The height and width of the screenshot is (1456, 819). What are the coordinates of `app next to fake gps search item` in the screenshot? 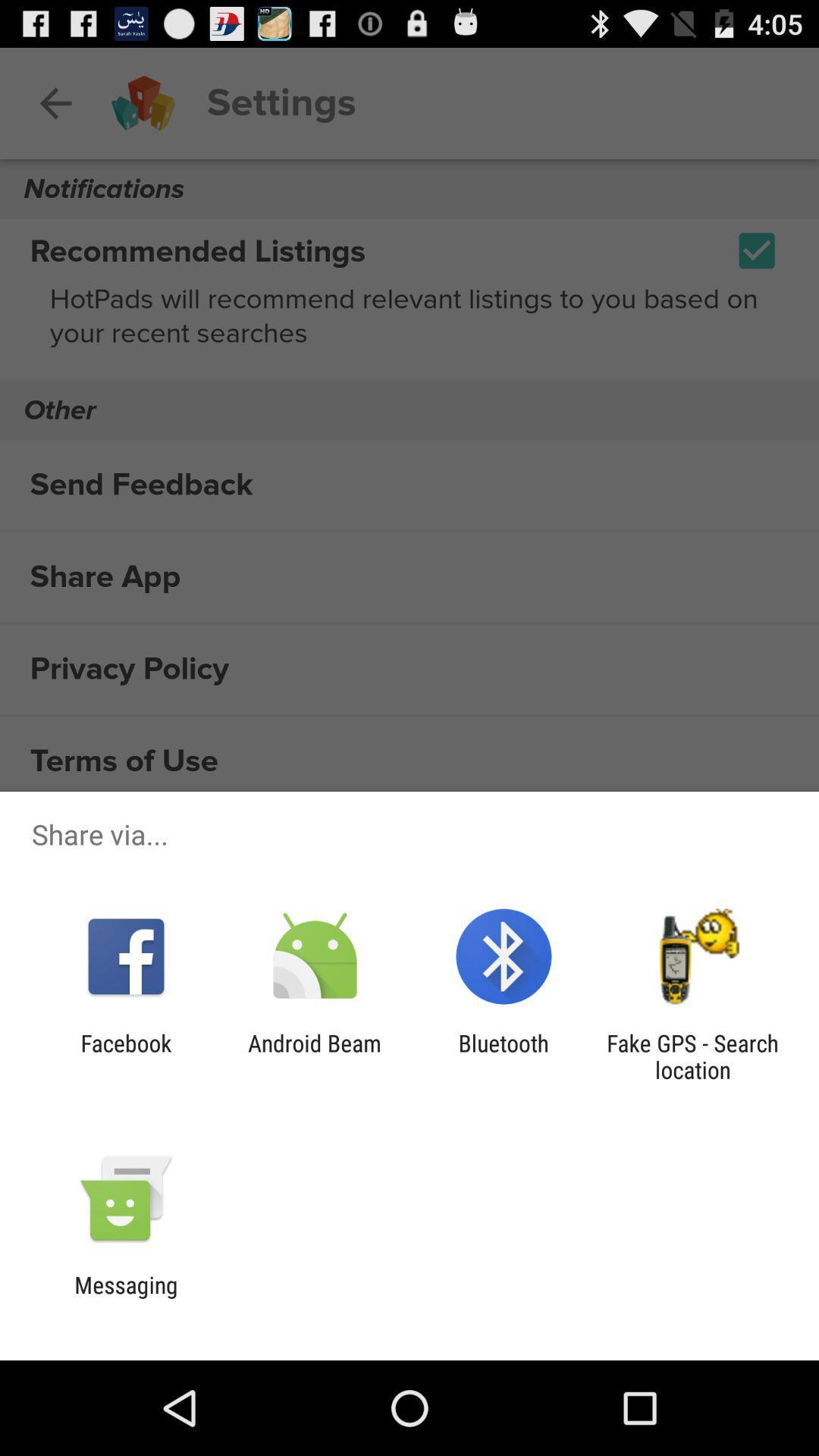 It's located at (504, 1056).